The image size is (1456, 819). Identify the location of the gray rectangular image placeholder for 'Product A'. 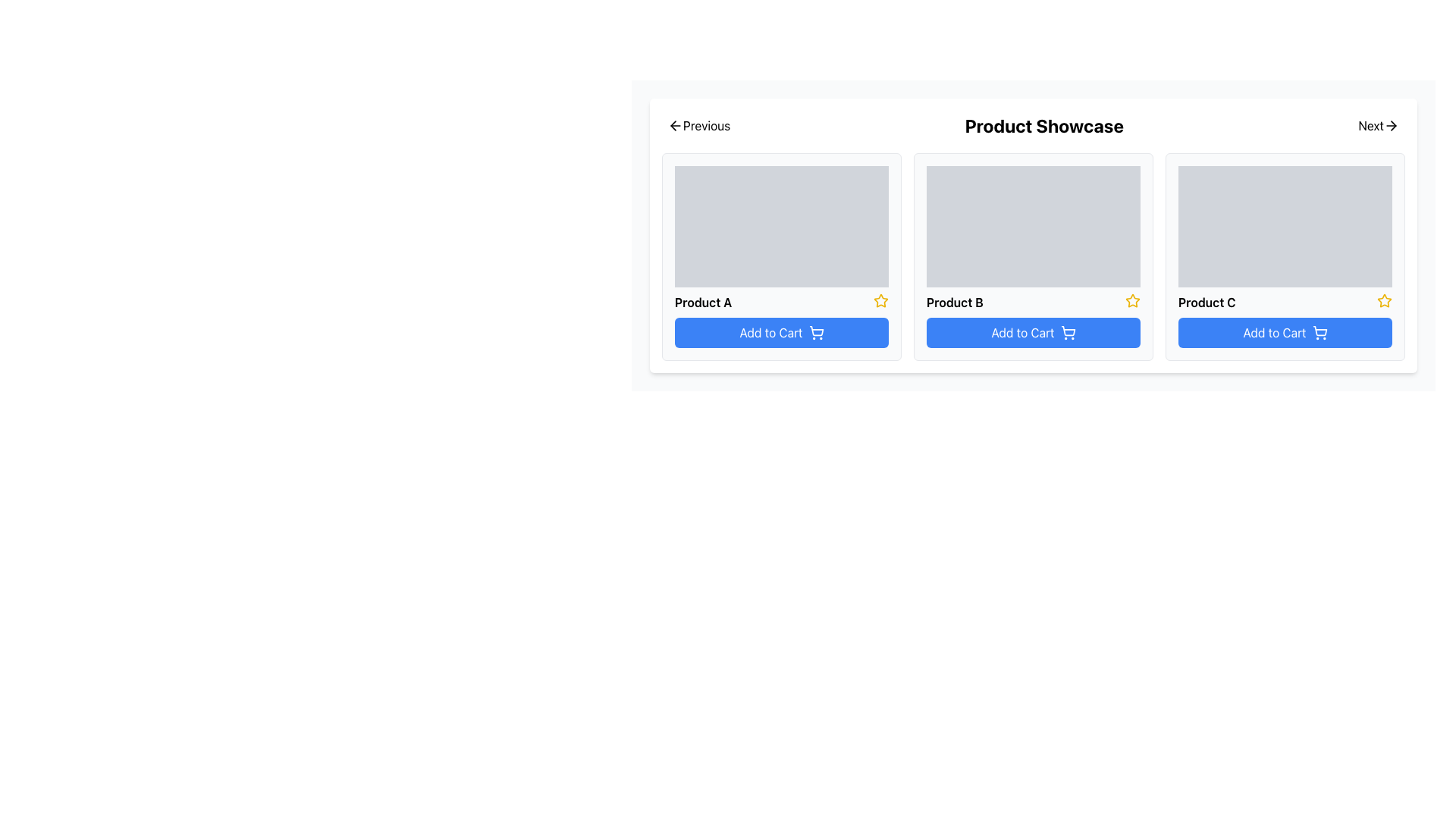
(782, 227).